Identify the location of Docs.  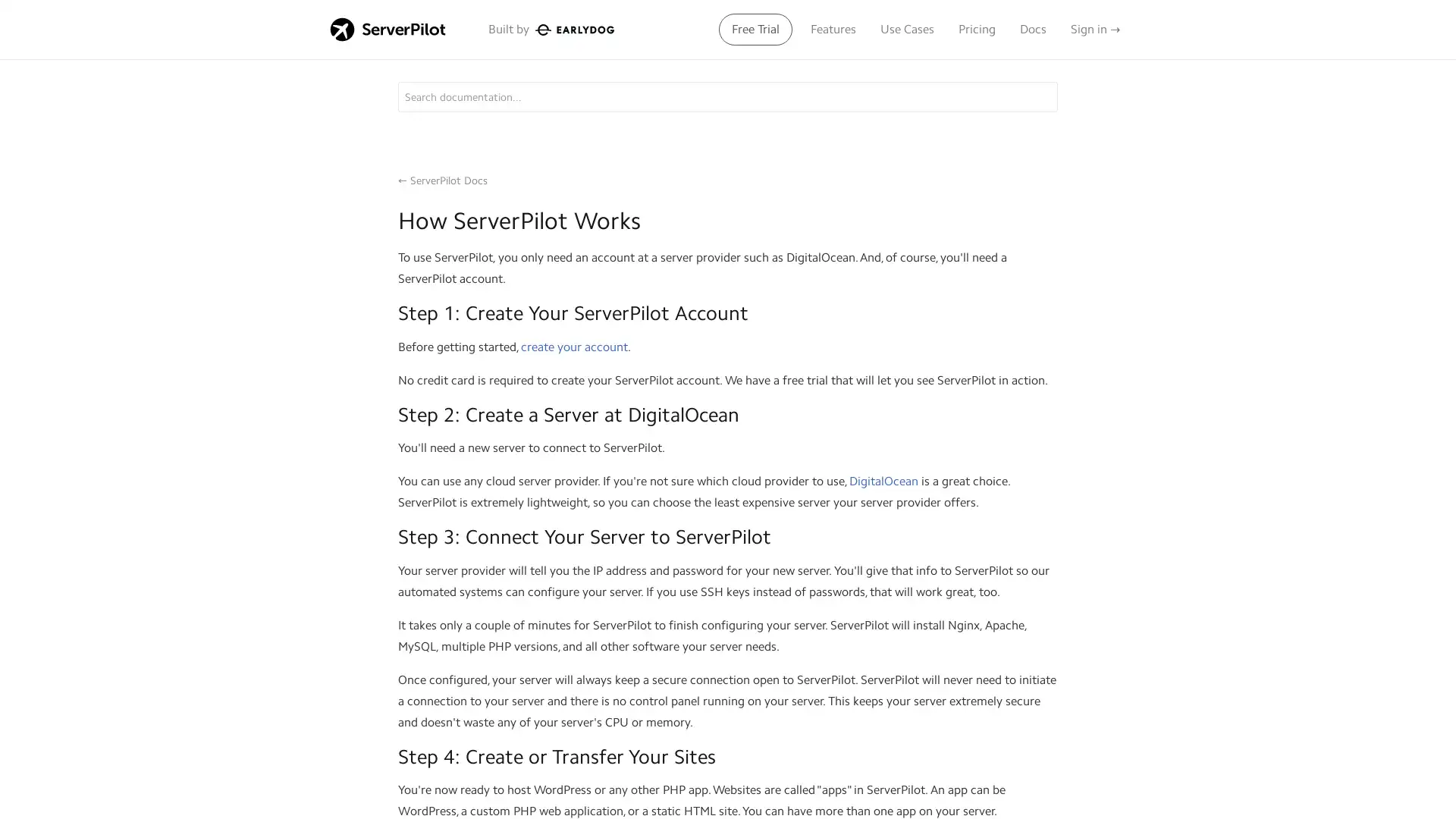
(1032, 29).